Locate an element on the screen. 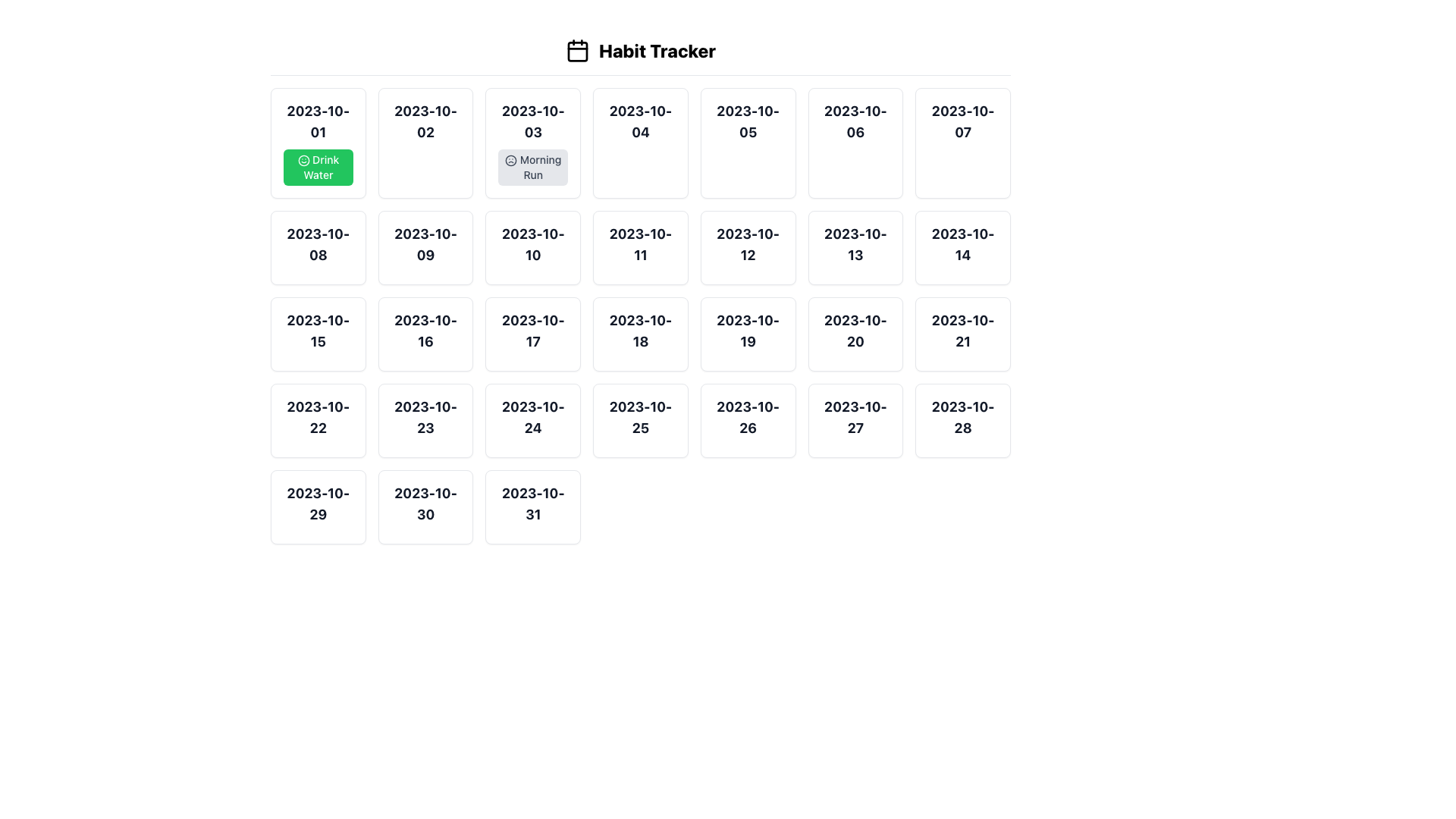 The height and width of the screenshot is (819, 1456). the static text element displaying the date '2023-10-10' located in the third row and third column of the calendar layout is located at coordinates (533, 244).